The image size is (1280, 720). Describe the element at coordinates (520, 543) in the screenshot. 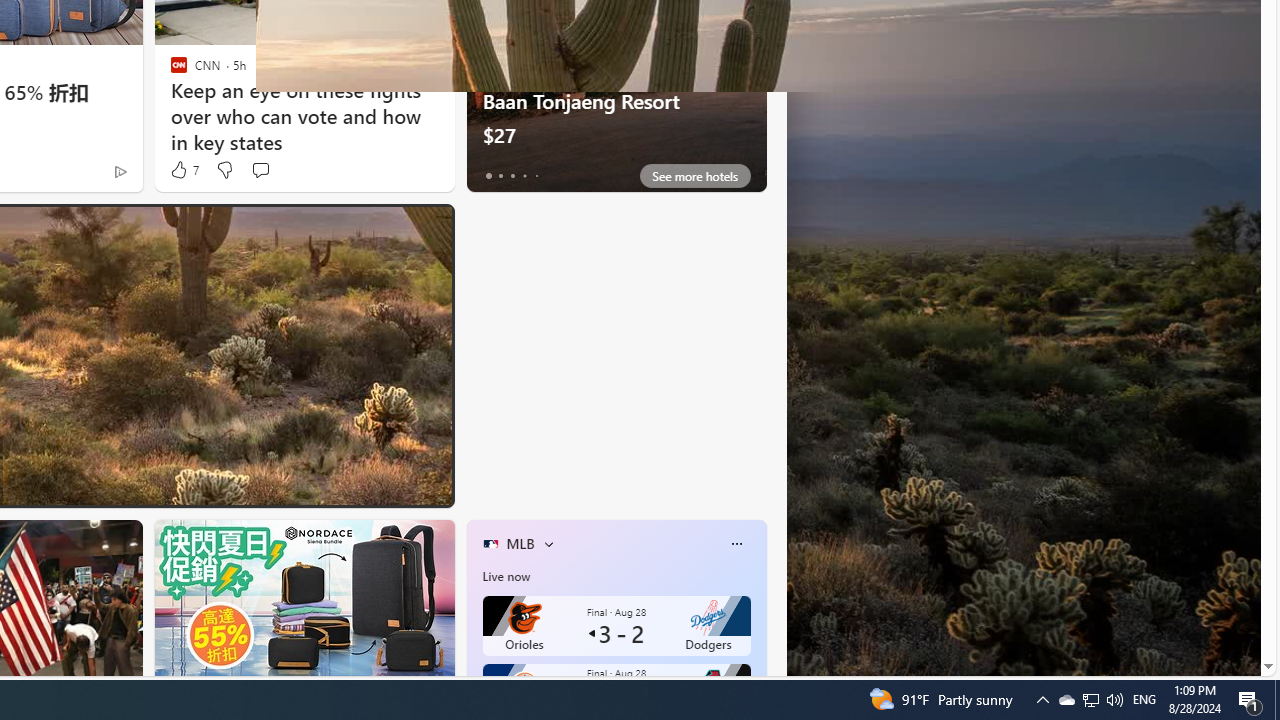

I see `'MLB'` at that location.